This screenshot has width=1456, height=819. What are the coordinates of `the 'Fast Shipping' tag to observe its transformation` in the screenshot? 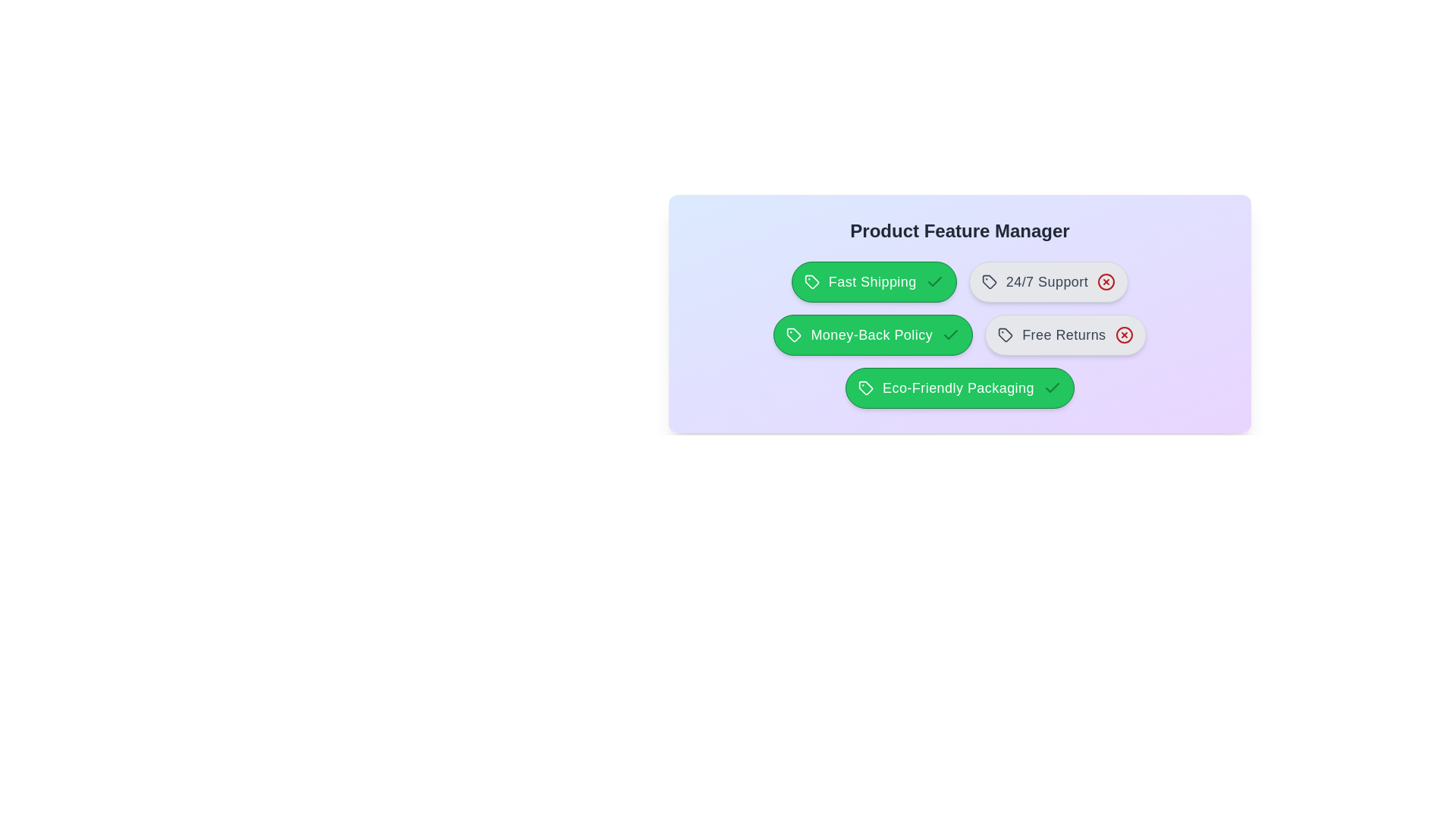 It's located at (874, 281).